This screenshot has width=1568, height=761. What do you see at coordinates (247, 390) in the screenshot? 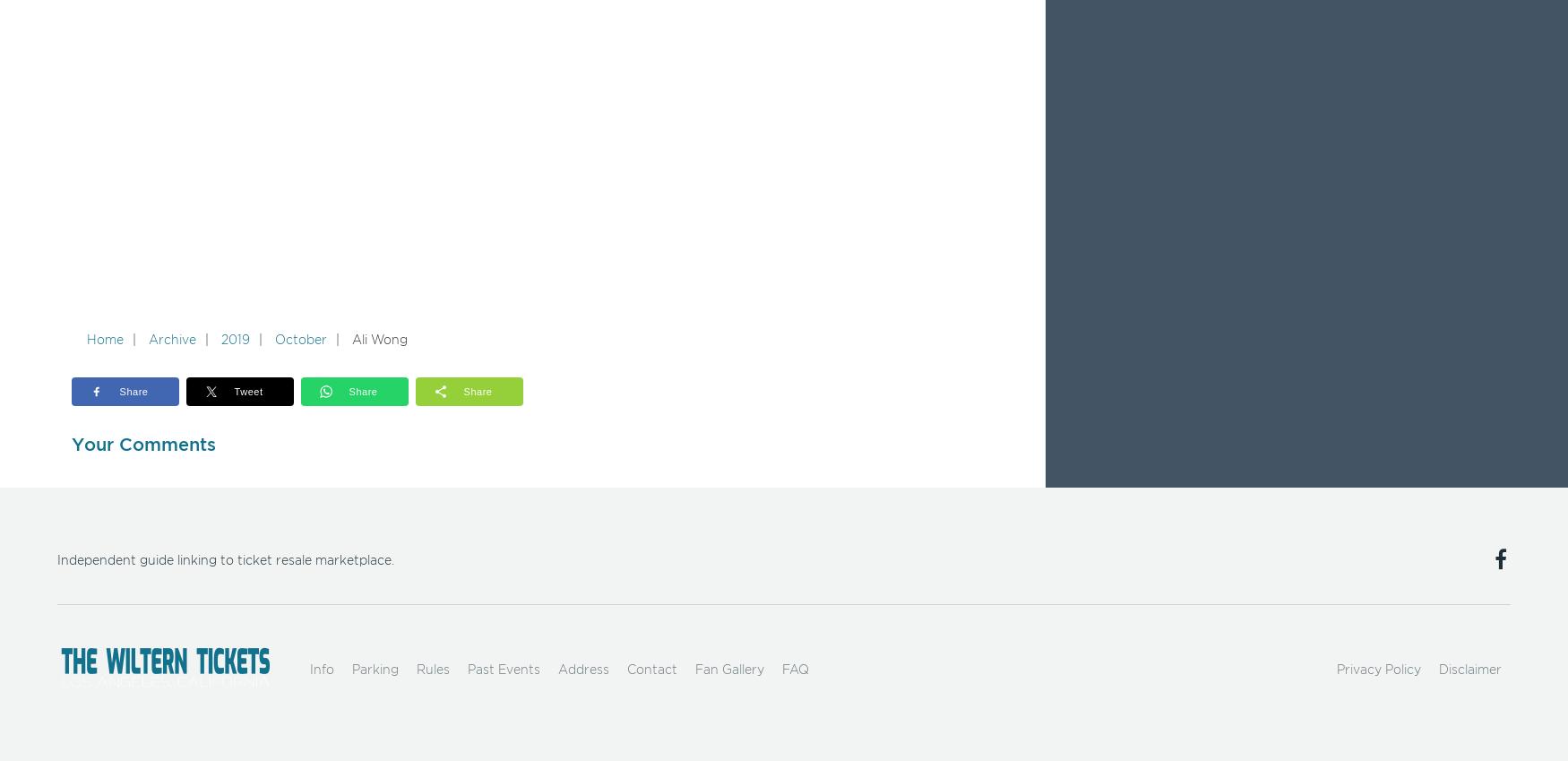
I see `'Tweet'` at bounding box center [247, 390].